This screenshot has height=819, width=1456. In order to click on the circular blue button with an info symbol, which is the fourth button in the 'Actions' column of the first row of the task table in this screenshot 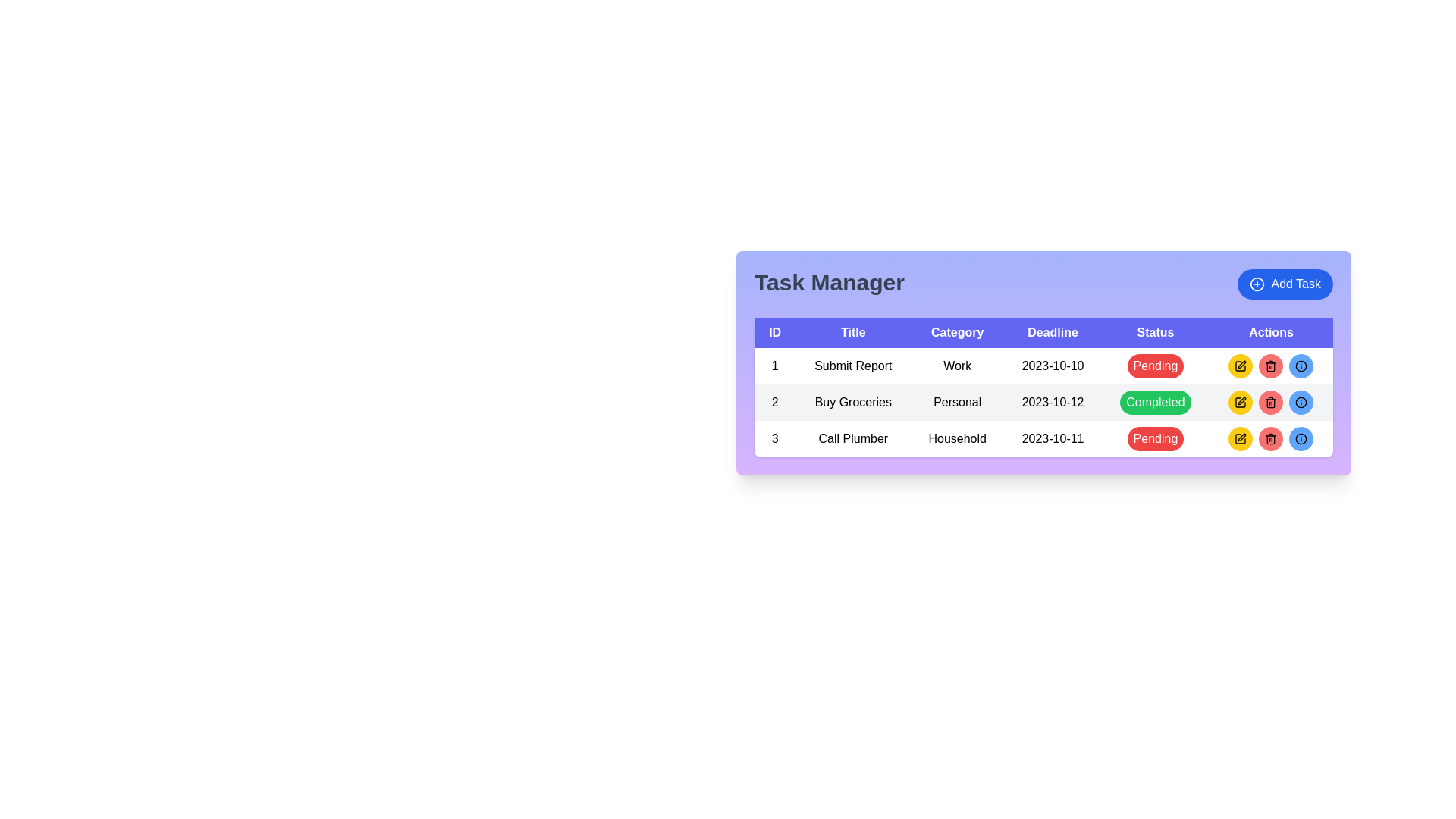, I will do `click(1301, 366)`.